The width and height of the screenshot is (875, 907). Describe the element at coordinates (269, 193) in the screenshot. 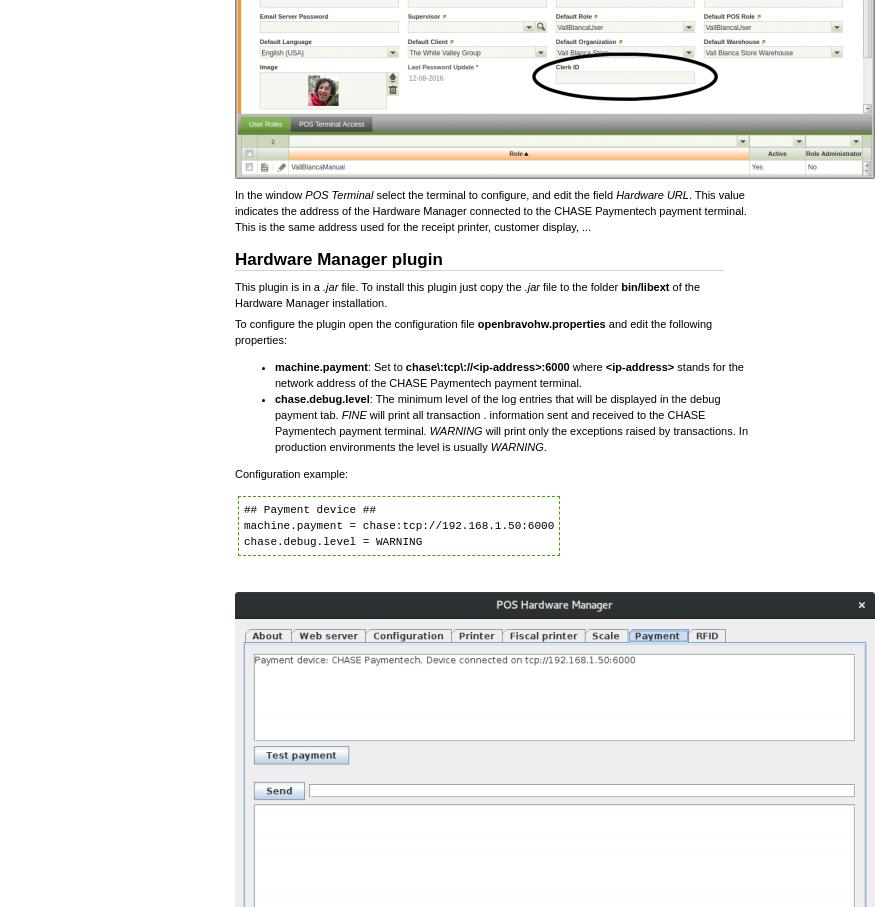

I see `'In the window'` at that location.